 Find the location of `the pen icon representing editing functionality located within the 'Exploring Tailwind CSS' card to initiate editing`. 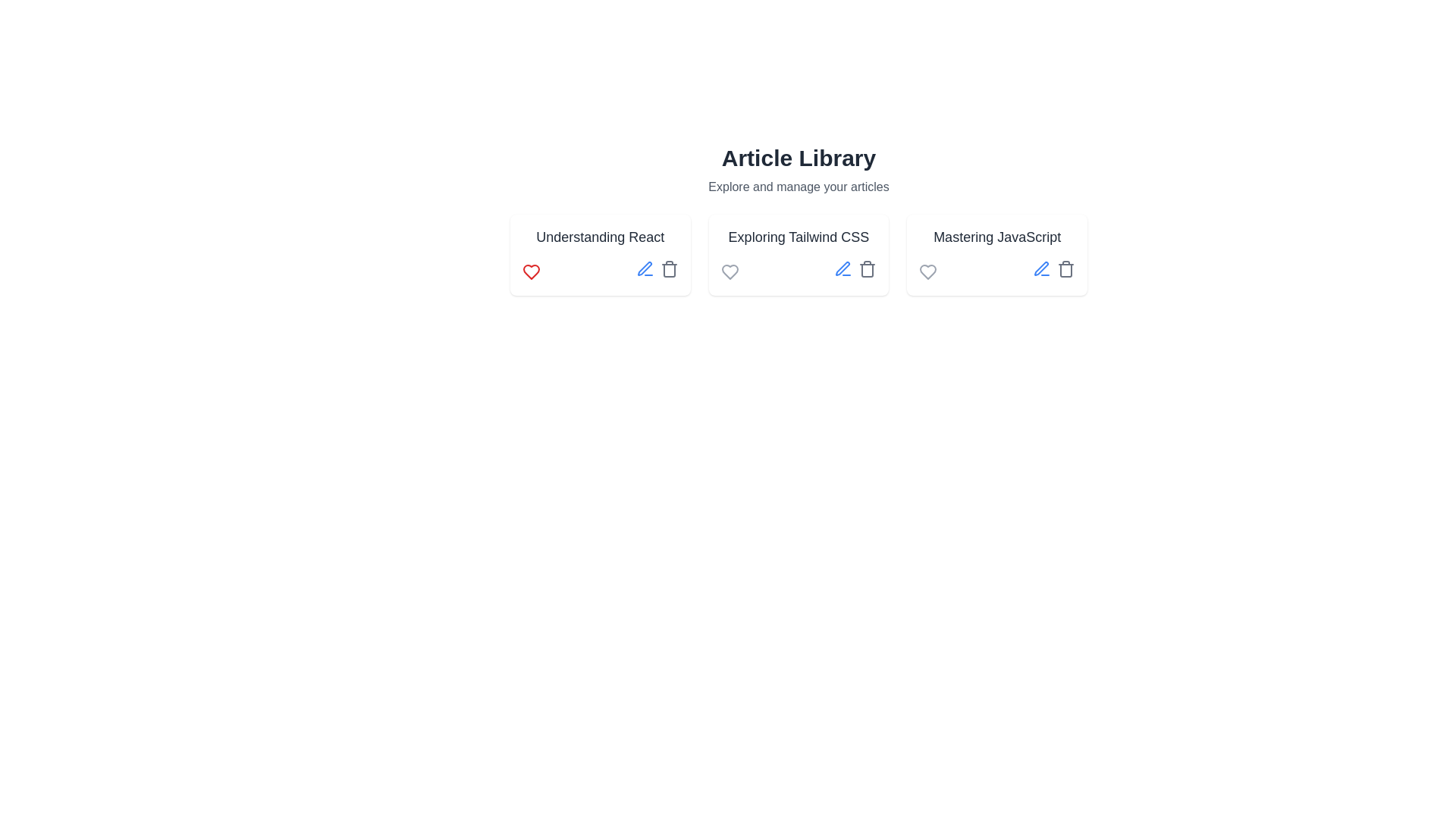

the pen icon representing editing functionality located within the 'Exploring Tailwind CSS' card to initiate editing is located at coordinates (842, 268).